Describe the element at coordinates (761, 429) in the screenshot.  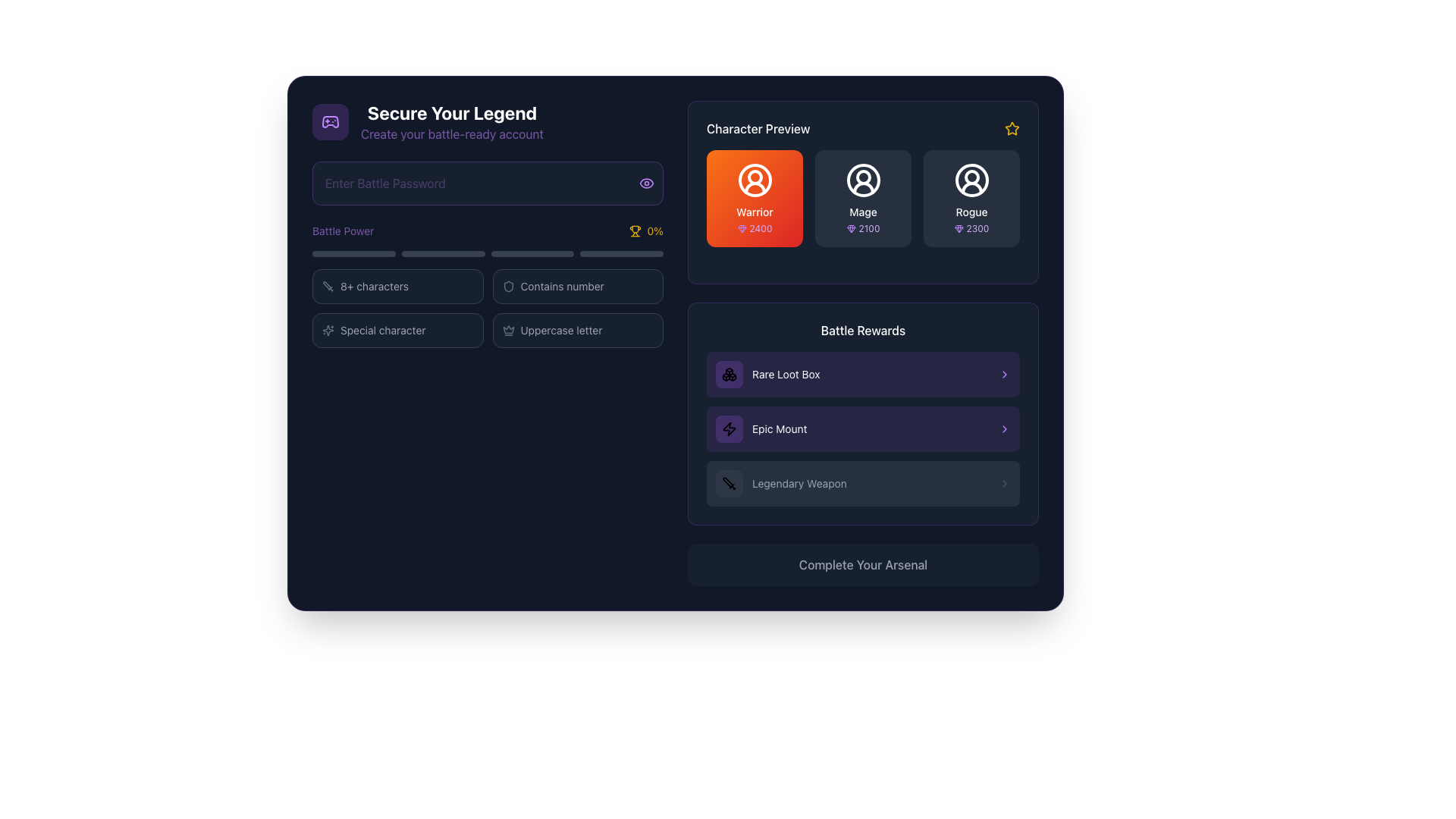
I see `the 'Epic Mount' list item, which is the second item in the battle rewards list and features a purple rounded rectangle with a lightning bolt icon` at that location.